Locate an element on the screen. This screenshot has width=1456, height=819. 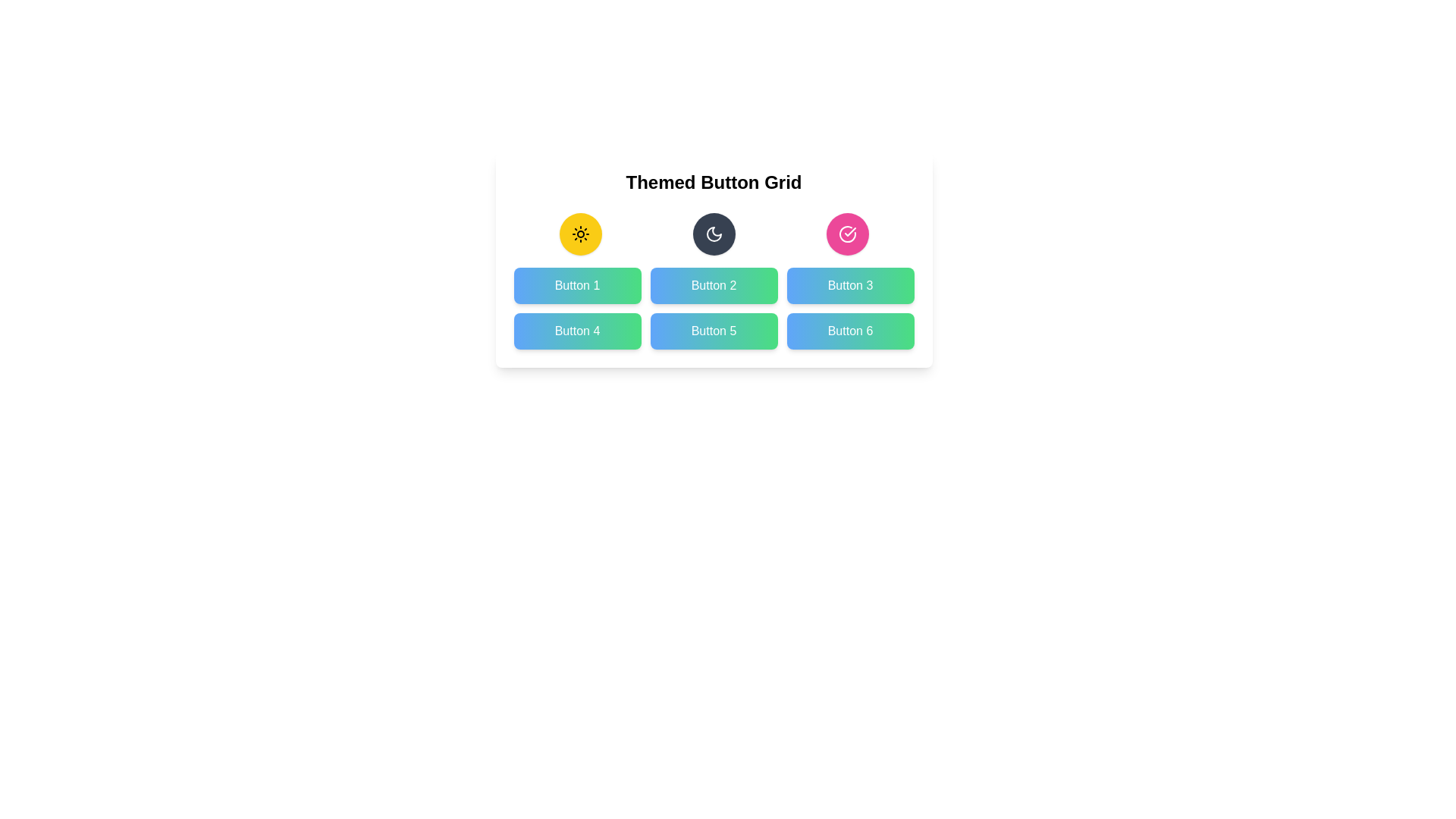
the crescent moon icon is located at coordinates (713, 234).